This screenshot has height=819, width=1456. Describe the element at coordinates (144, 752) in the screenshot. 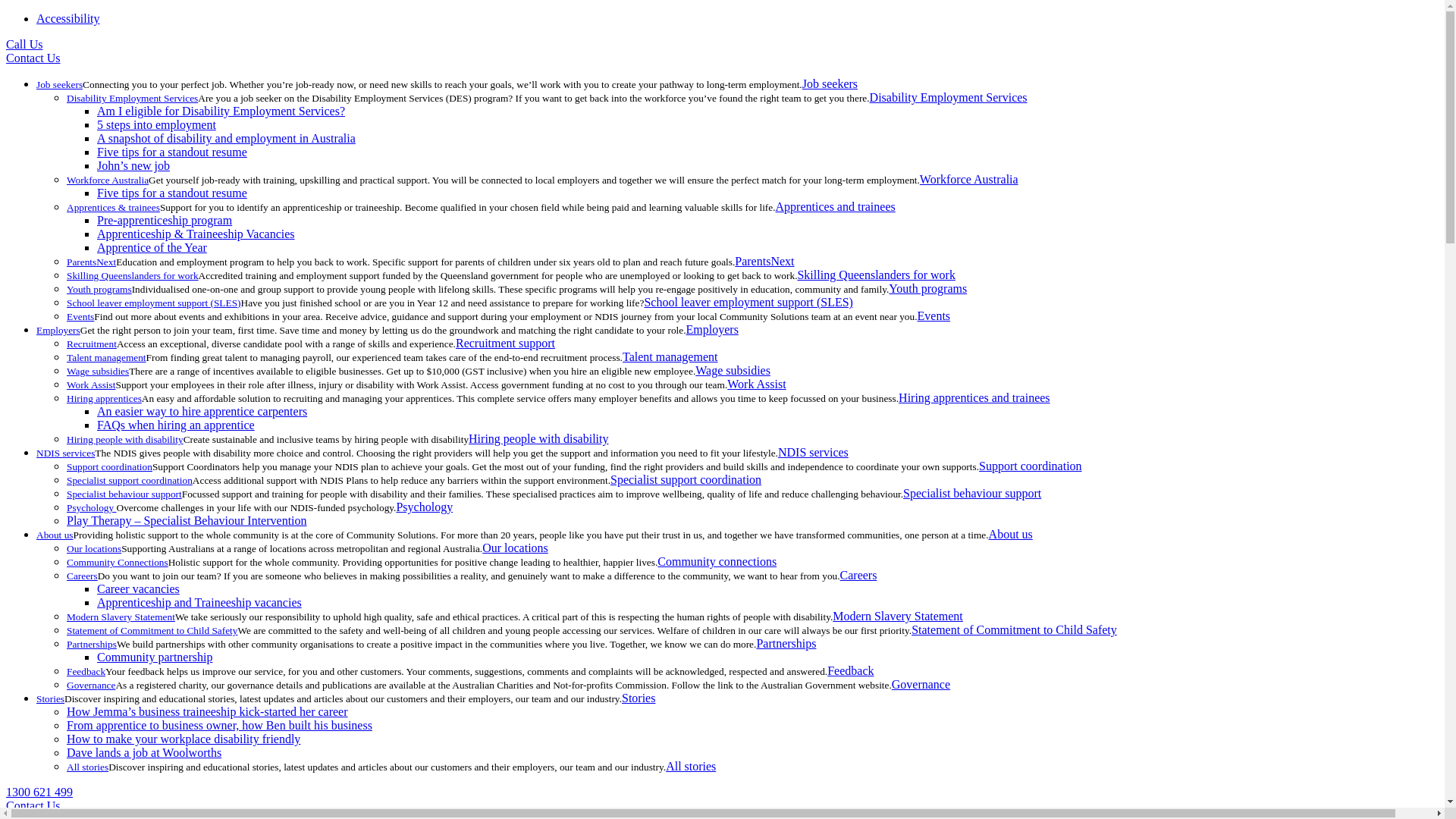

I see `'Dave lands a job at Woolworths'` at that location.